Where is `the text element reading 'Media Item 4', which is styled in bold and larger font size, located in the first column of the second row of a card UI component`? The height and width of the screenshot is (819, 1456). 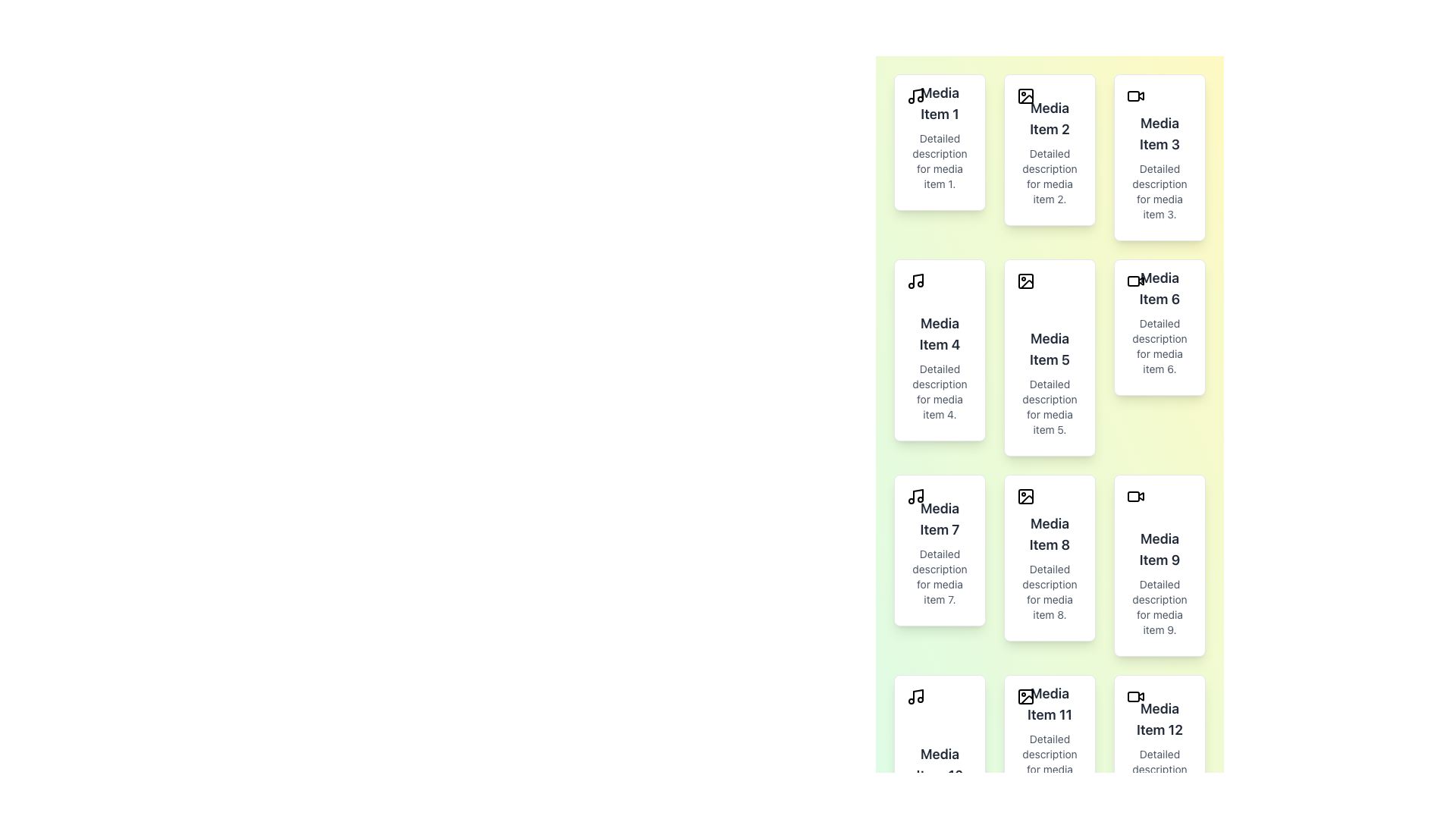 the text element reading 'Media Item 4', which is styled in bold and larger font size, located in the first column of the second row of a card UI component is located at coordinates (939, 333).